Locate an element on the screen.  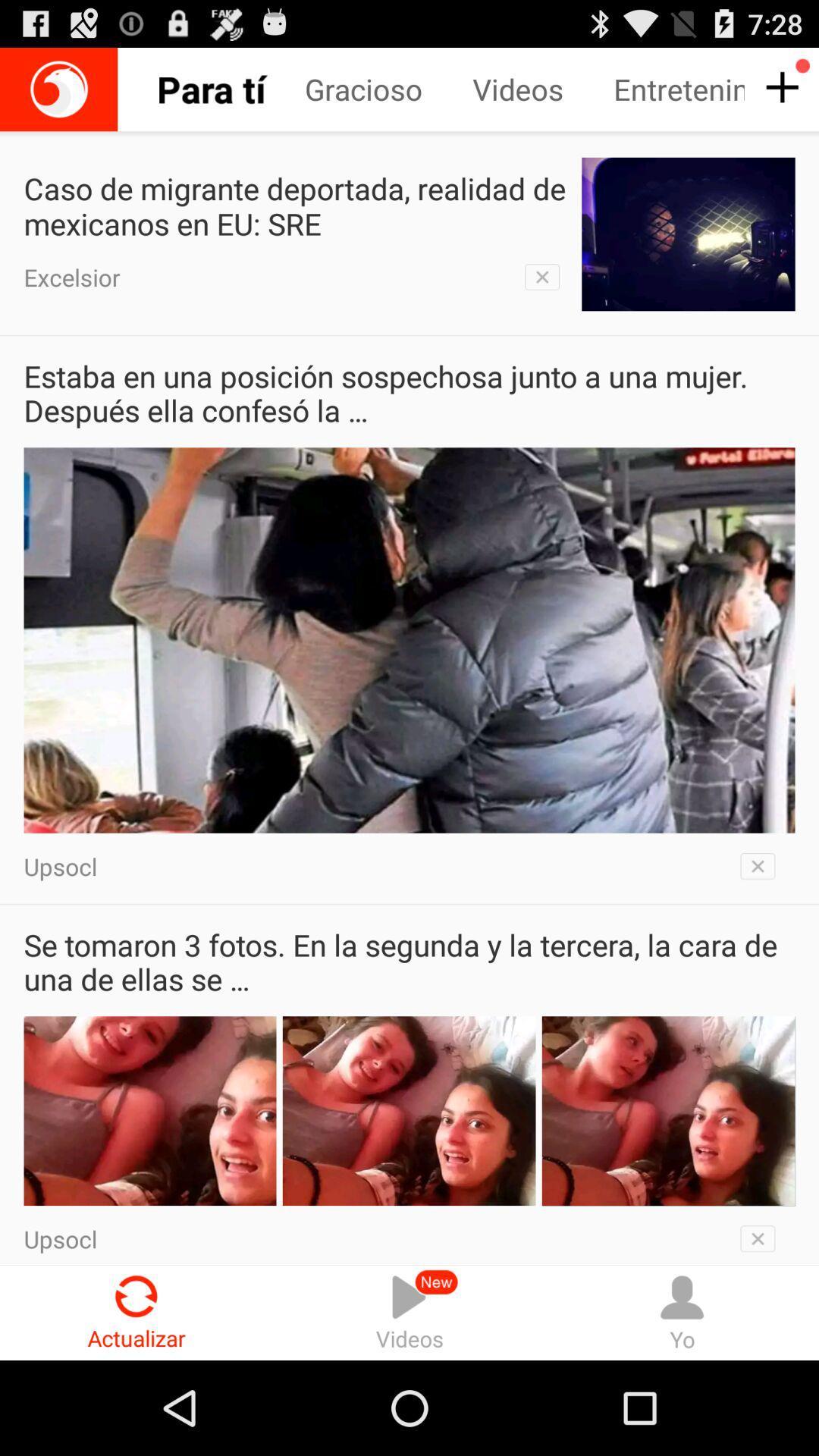
actualizar icon is located at coordinates (136, 1312).